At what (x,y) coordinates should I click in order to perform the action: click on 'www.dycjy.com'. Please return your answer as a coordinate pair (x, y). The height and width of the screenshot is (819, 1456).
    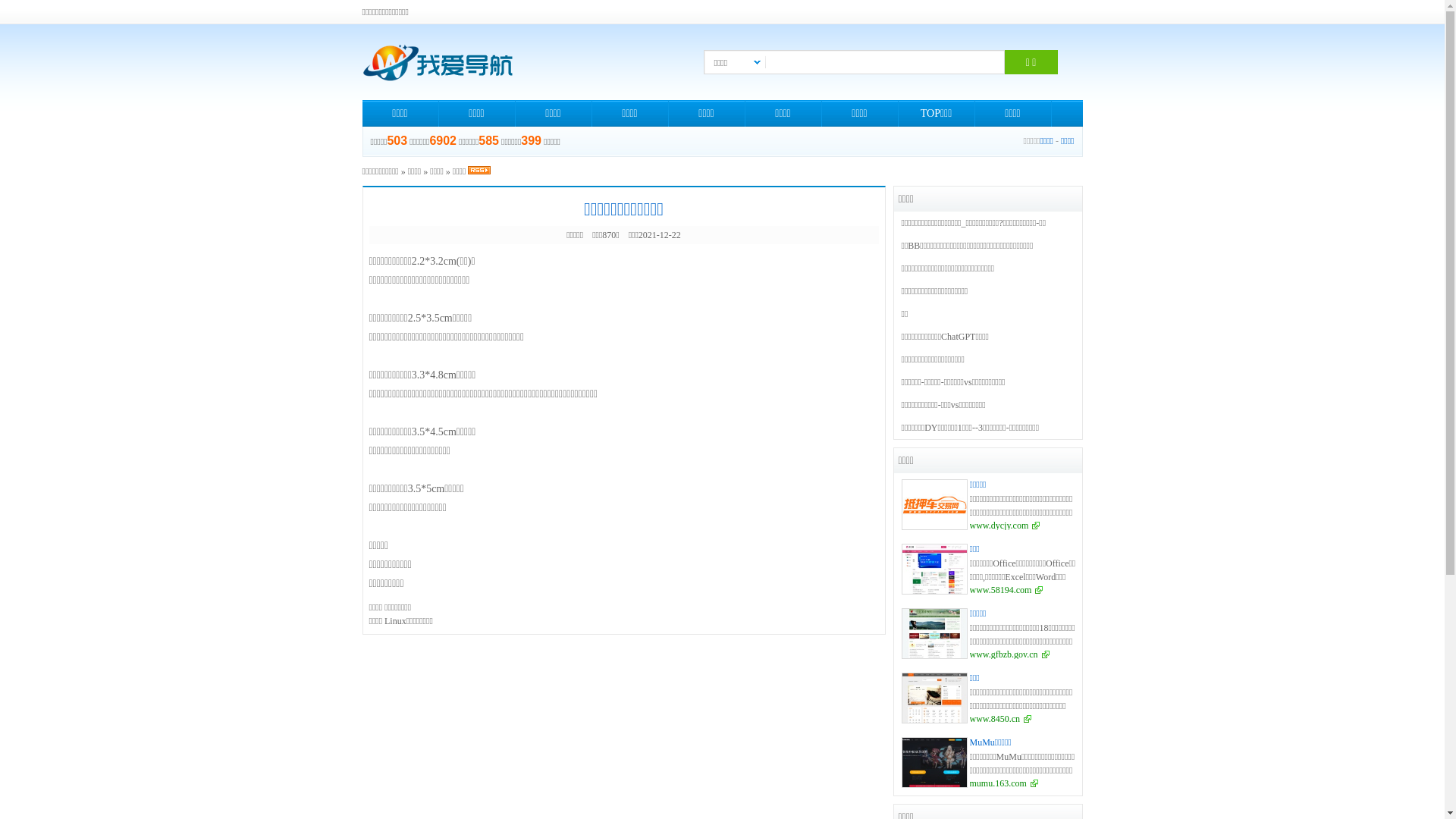
    Looking at the image, I should click on (968, 525).